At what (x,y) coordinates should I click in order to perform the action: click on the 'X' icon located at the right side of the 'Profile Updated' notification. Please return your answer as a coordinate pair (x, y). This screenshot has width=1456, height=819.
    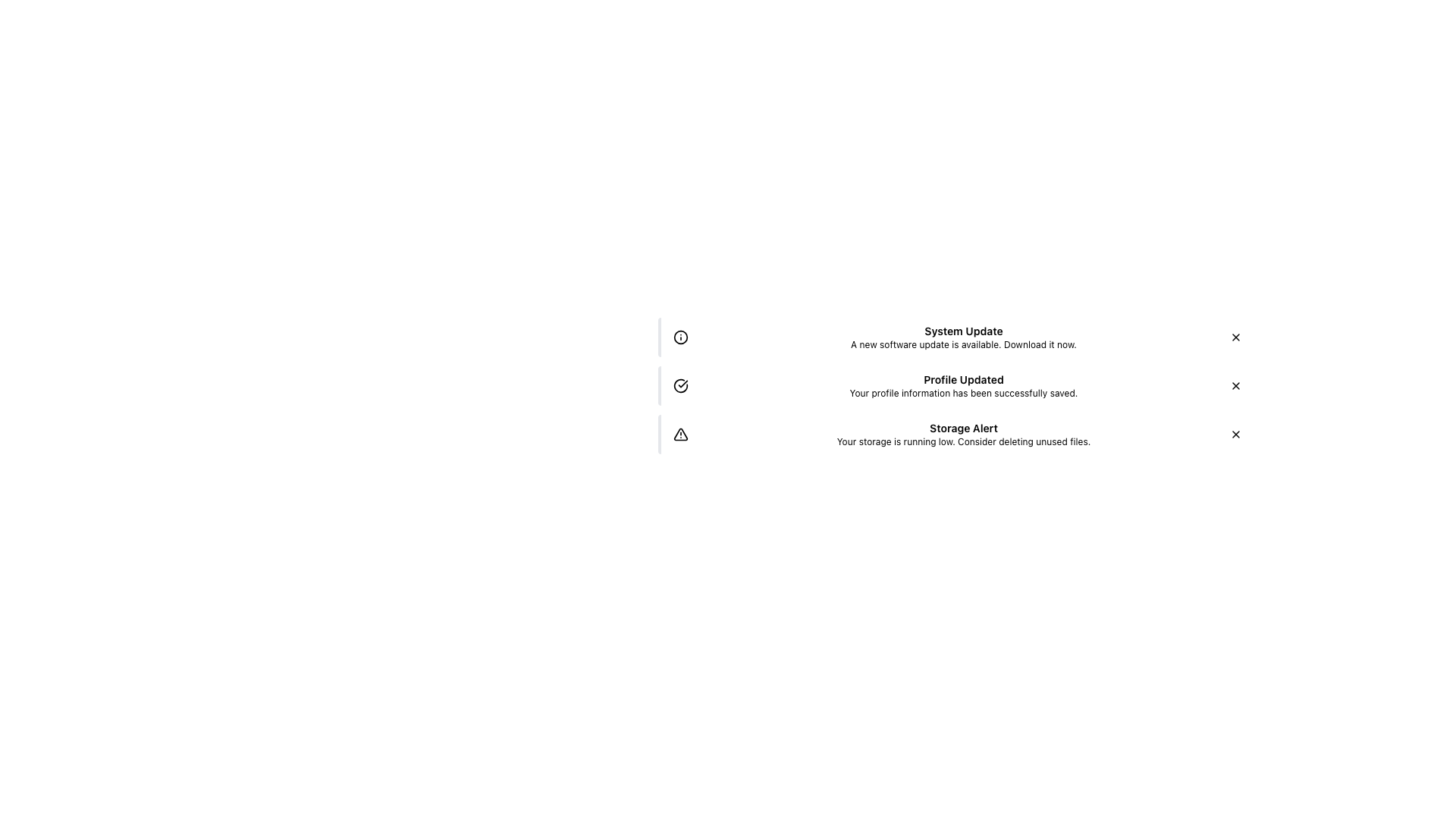
    Looking at the image, I should click on (1236, 385).